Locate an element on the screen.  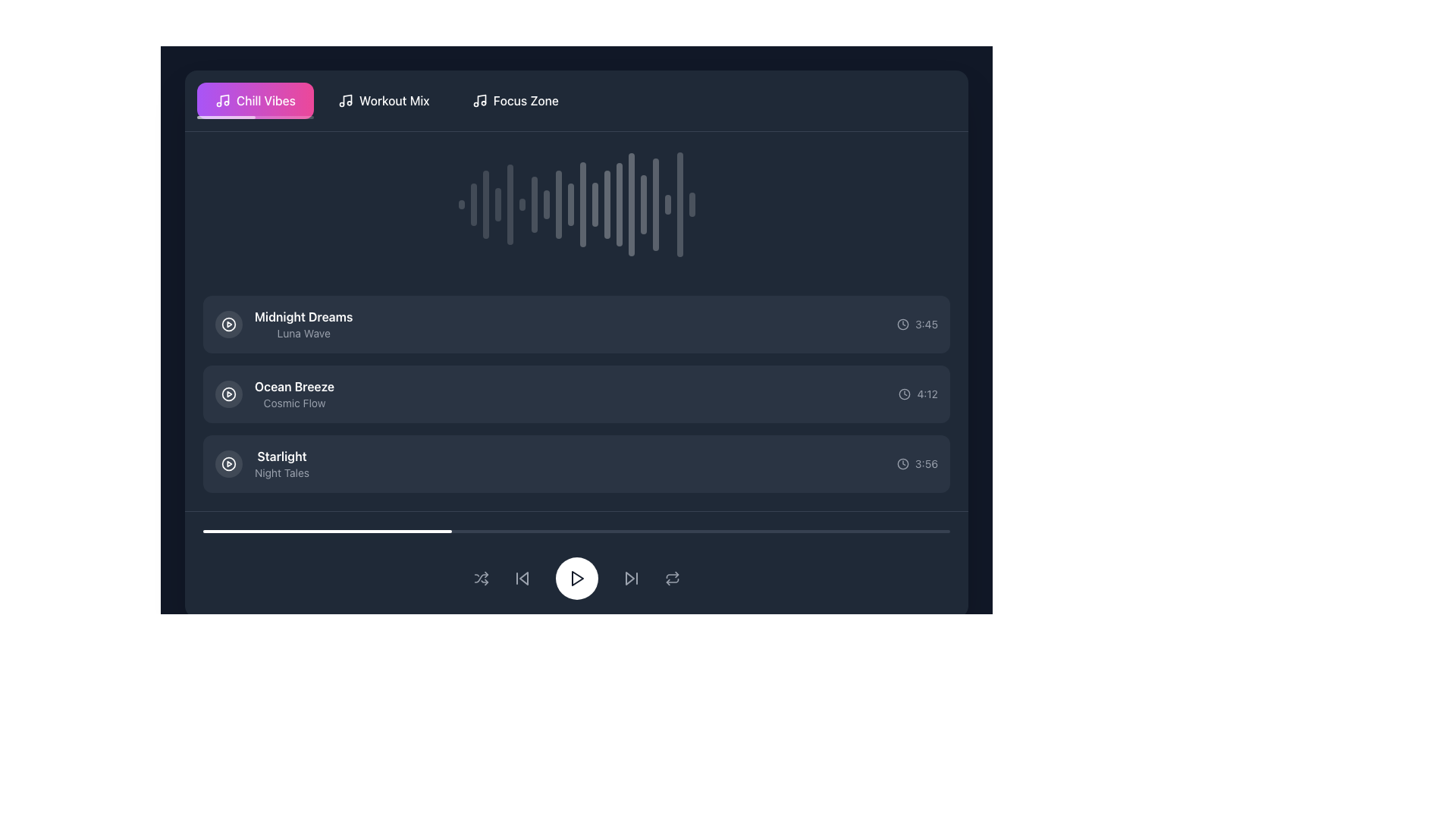
the triangular 'Play' icon located at the center of the bottom control panel is located at coordinates (576, 579).